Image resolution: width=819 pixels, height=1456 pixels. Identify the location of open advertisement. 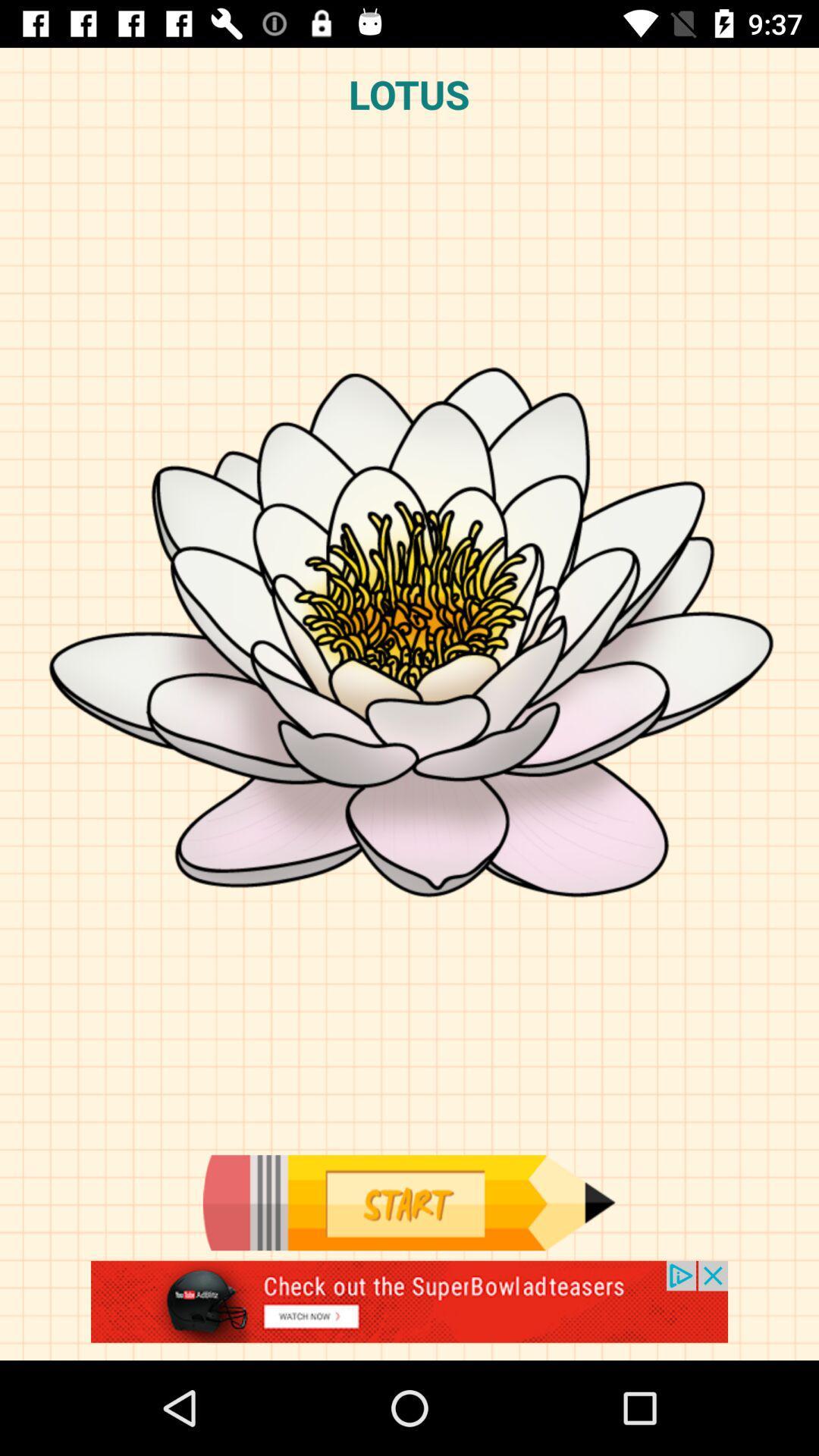
(409, 1310).